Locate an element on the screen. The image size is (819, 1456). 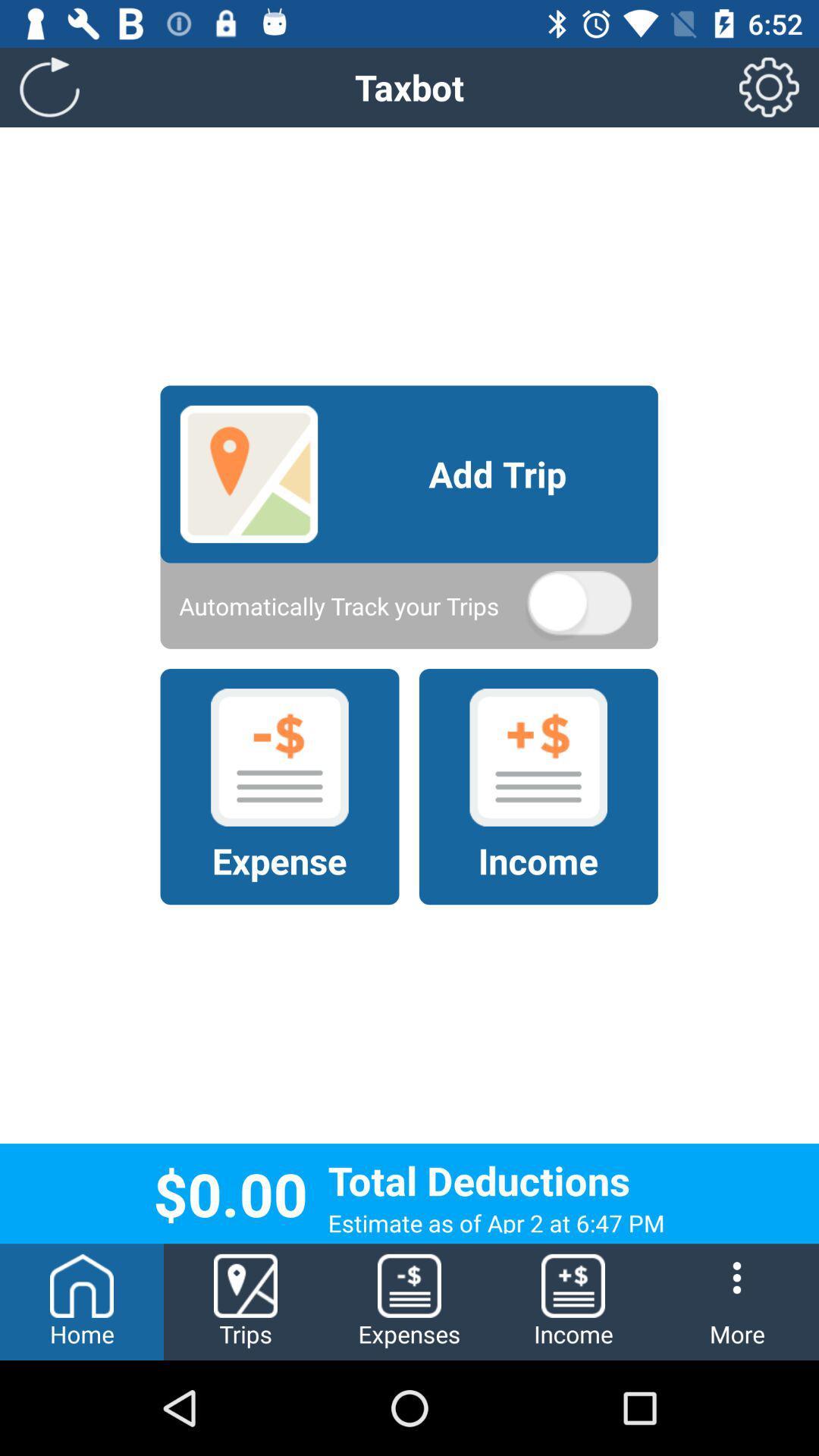
app to the left of taxbot app is located at coordinates (49, 86).